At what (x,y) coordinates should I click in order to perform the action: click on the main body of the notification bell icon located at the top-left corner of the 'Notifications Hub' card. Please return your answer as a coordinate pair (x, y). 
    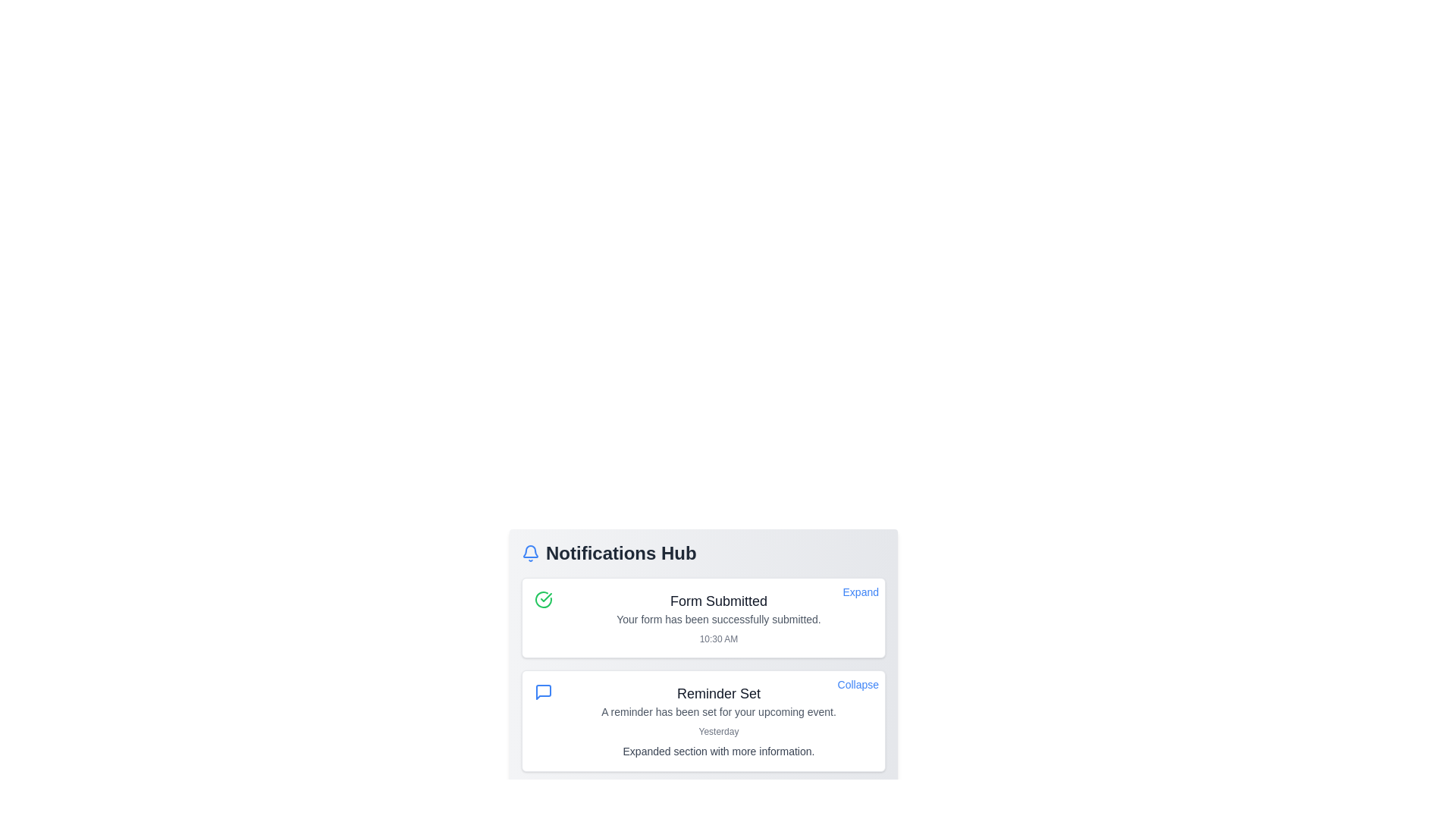
    Looking at the image, I should click on (531, 551).